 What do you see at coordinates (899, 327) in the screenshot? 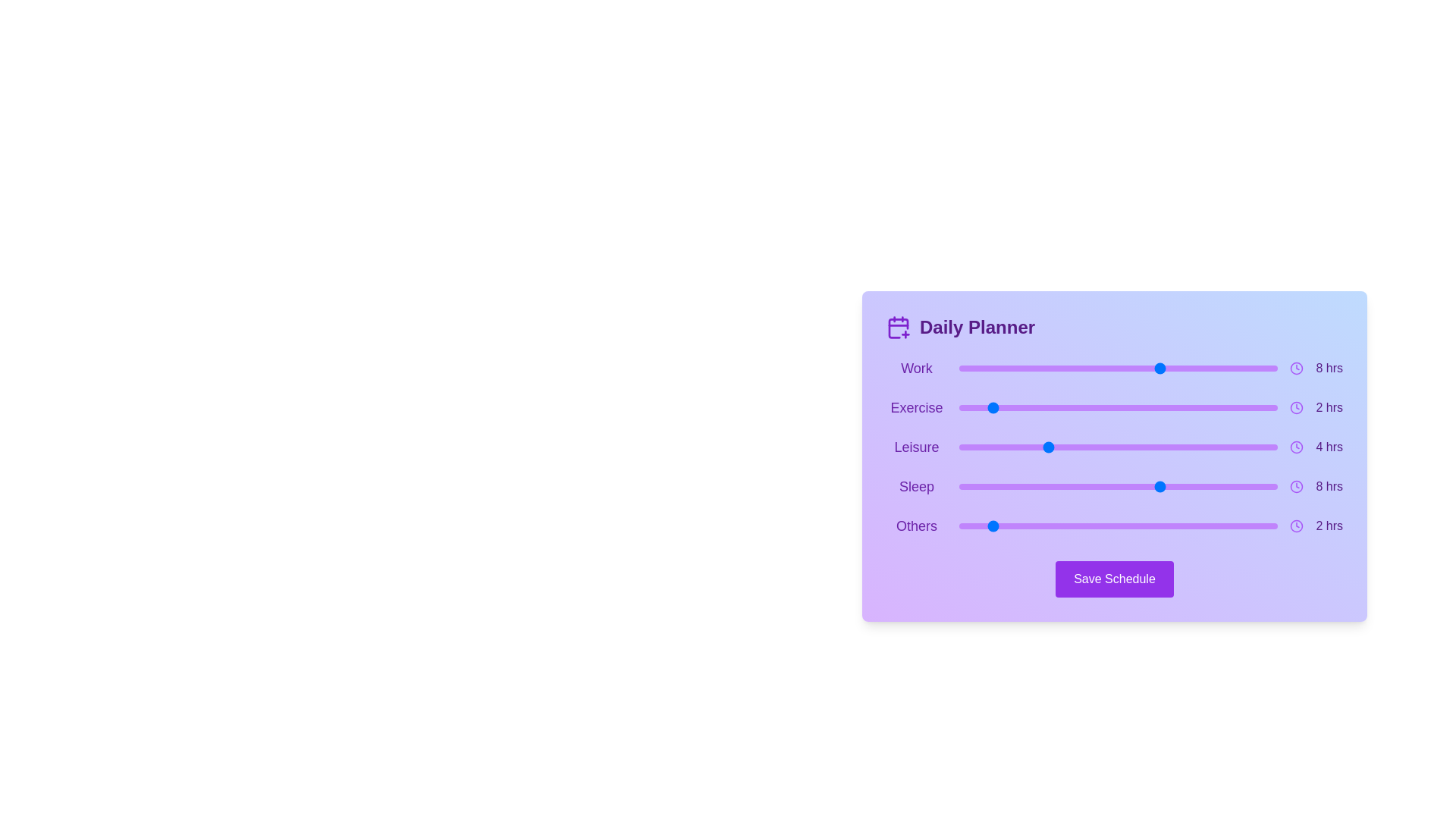
I see `the calendar icon in the header` at bounding box center [899, 327].